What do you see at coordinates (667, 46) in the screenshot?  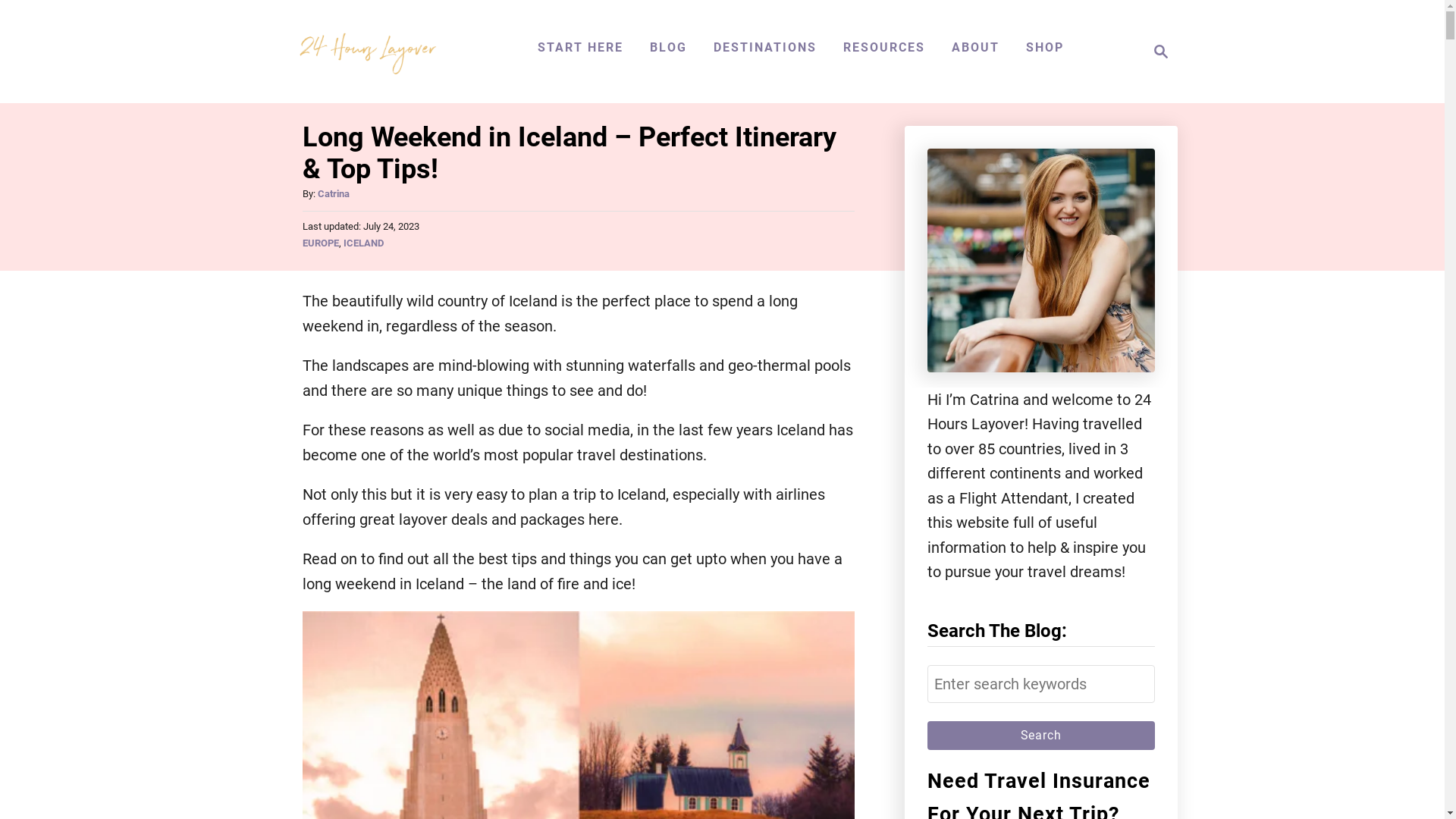 I see `'BLOG'` at bounding box center [667, 46].